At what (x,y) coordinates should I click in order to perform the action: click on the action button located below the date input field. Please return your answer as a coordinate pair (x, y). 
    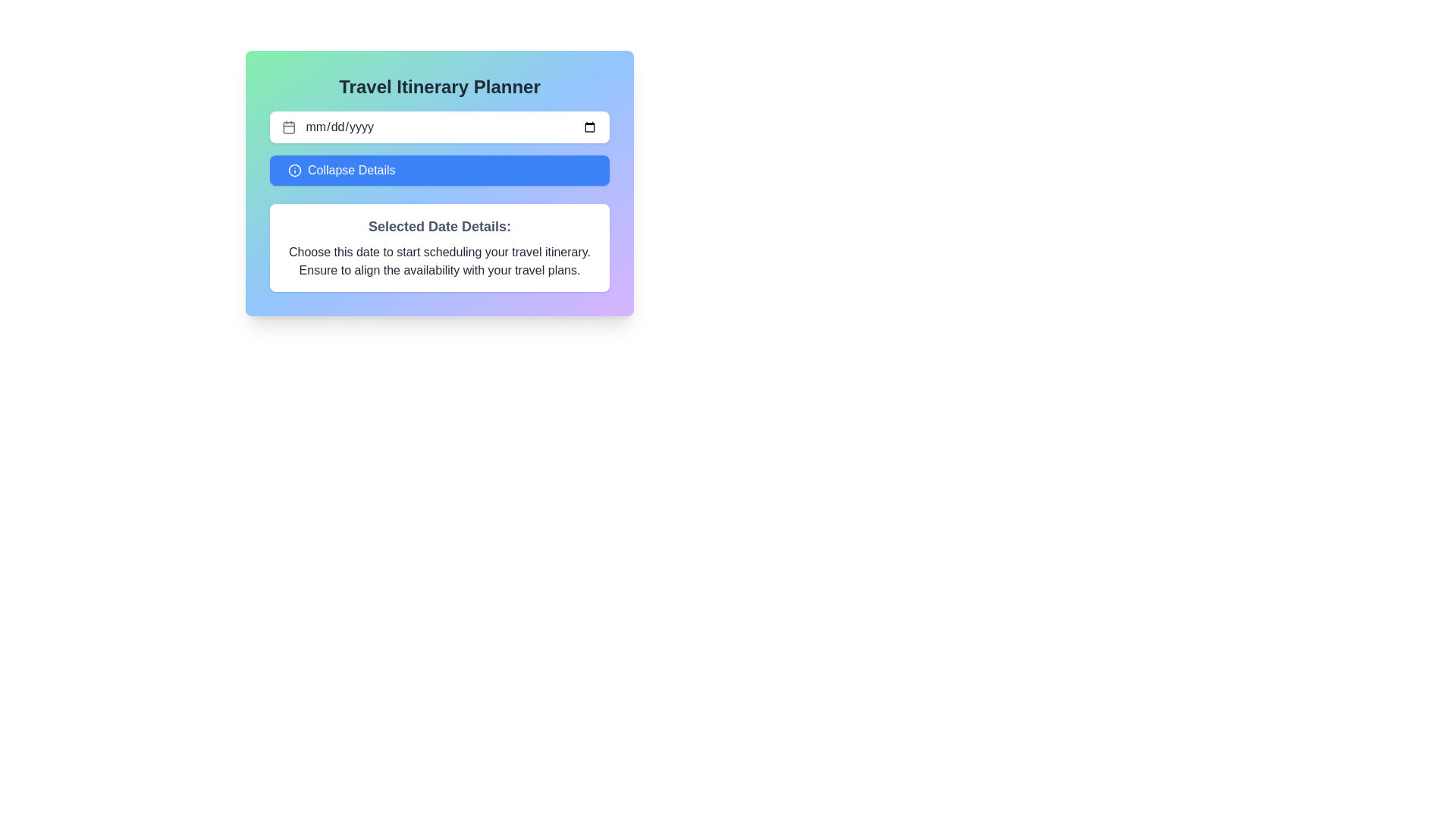
    Looking at the image, I should click on (439, 183).